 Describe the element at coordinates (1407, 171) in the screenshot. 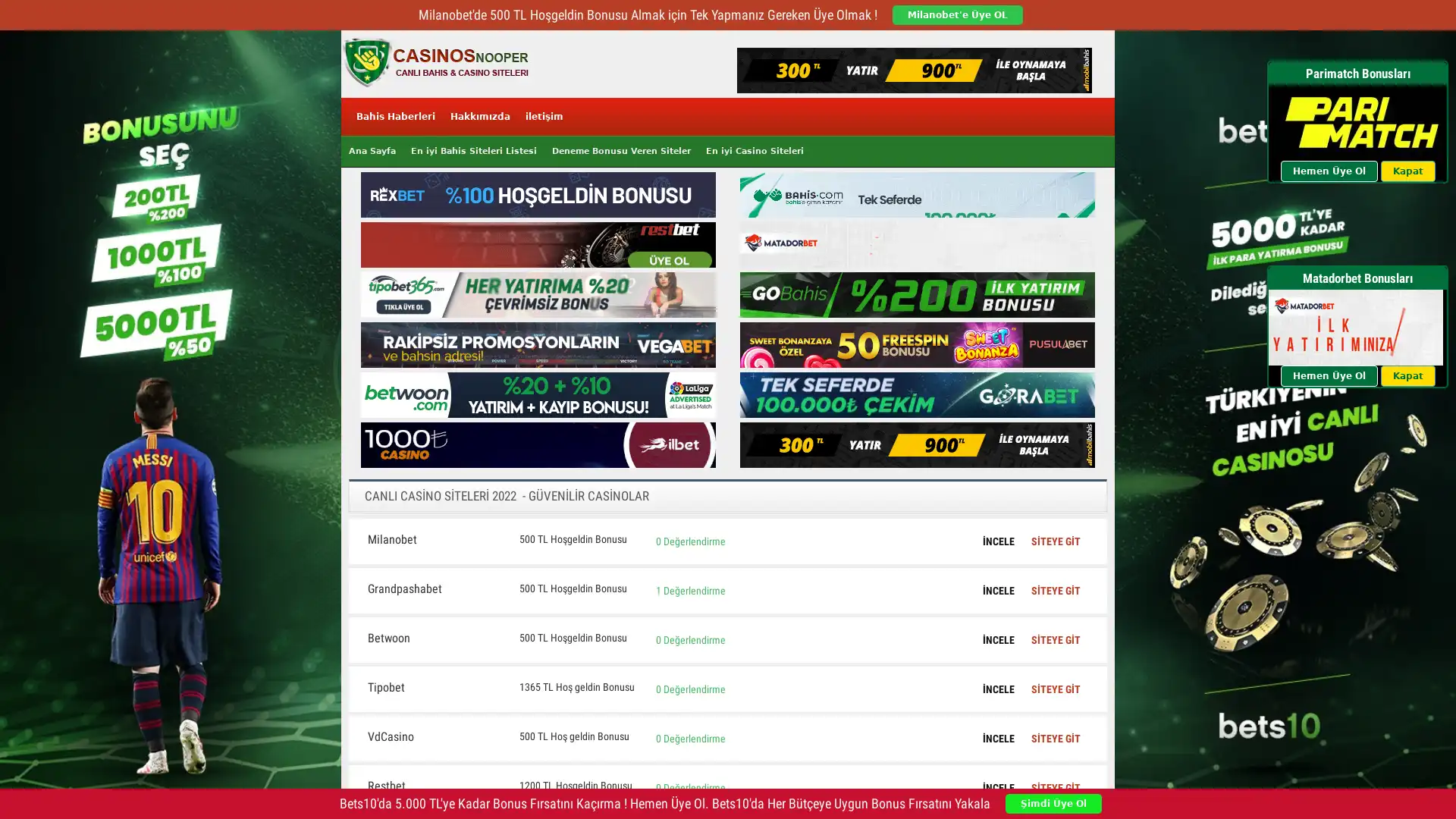

I see `Kapat` at that location.